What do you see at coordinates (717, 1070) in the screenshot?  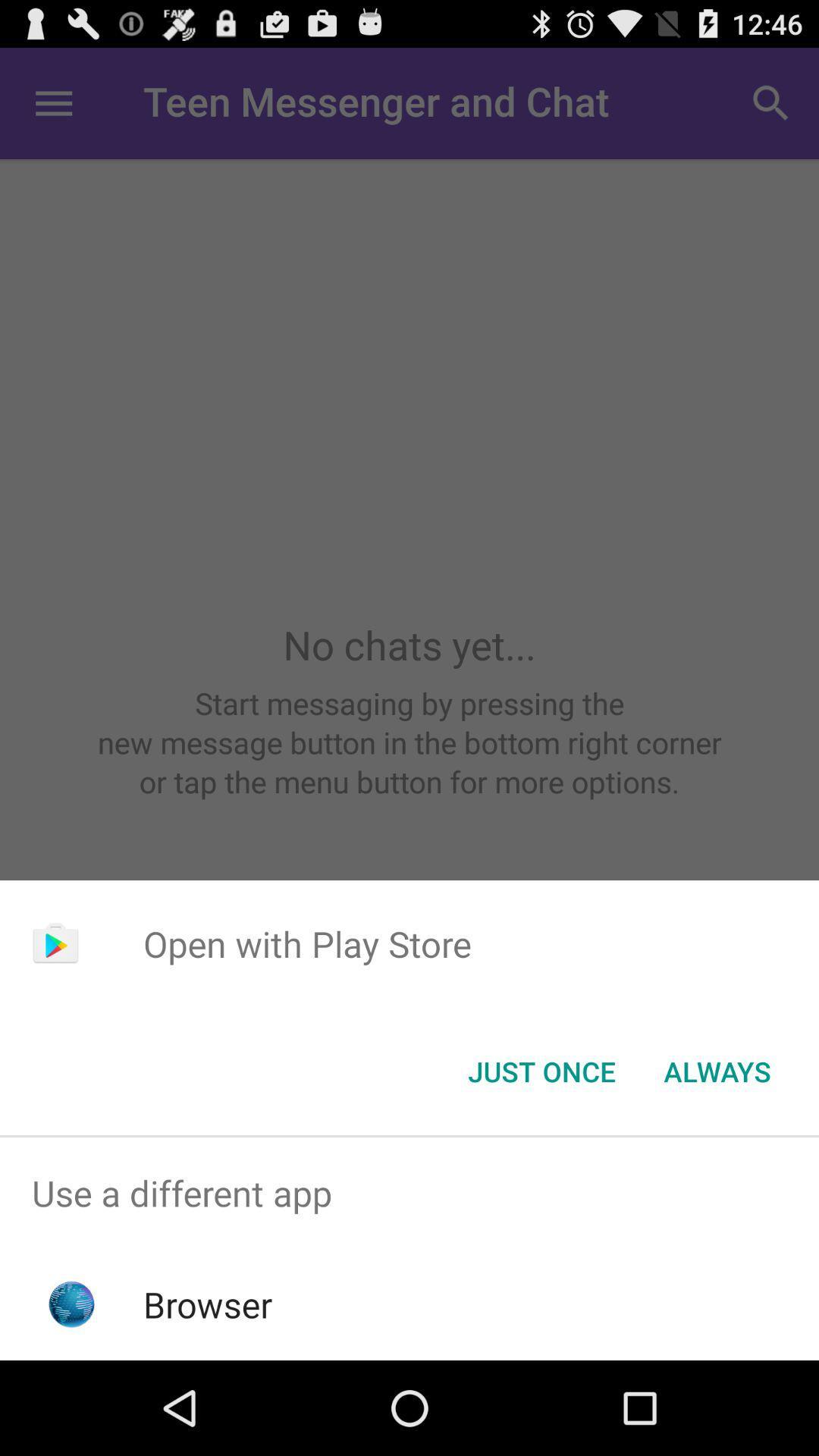 I see `always item` at bounding box center [717, 1070].